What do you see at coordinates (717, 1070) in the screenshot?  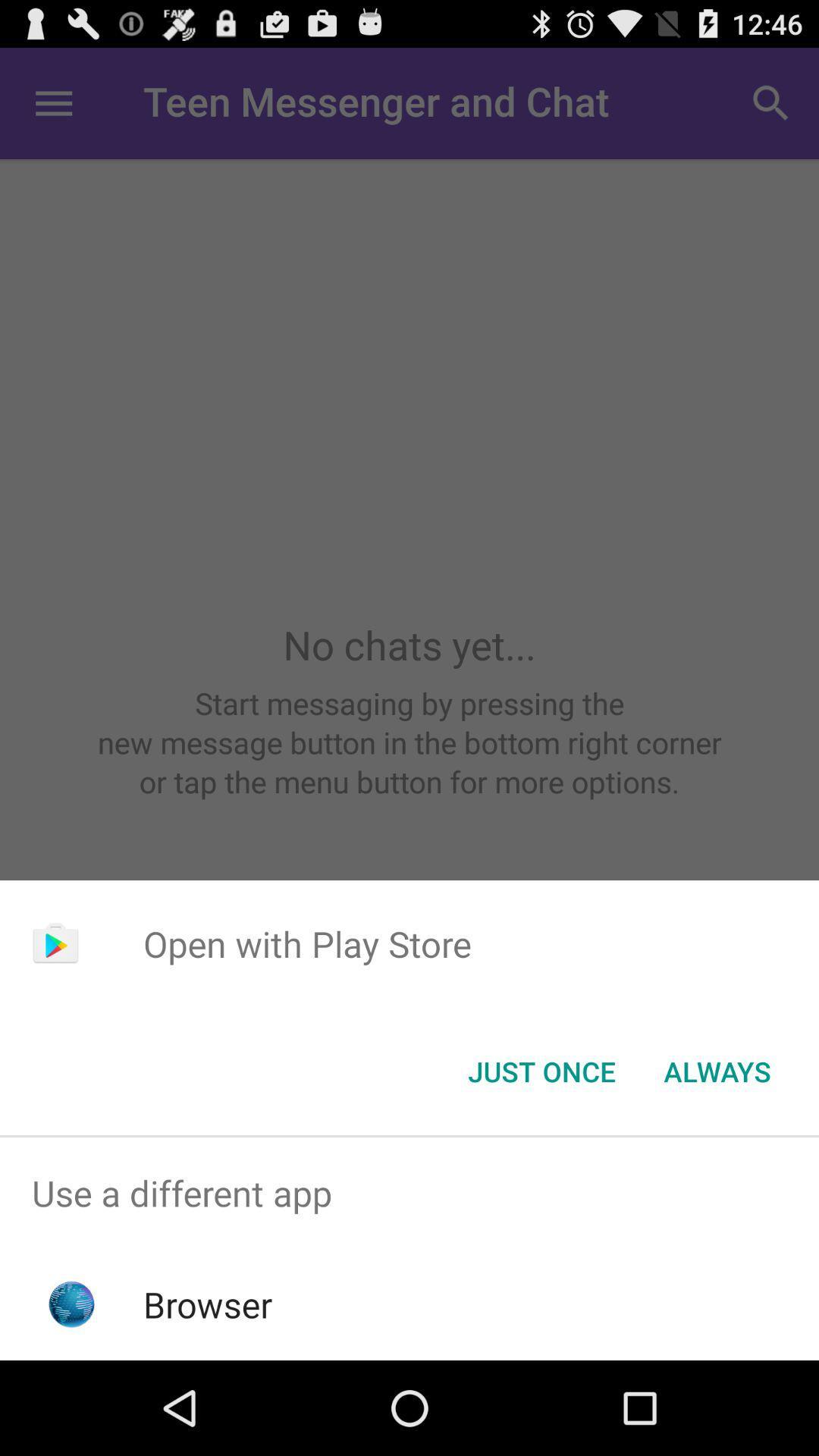 I see `always item` at bounding box center [717, 1070].